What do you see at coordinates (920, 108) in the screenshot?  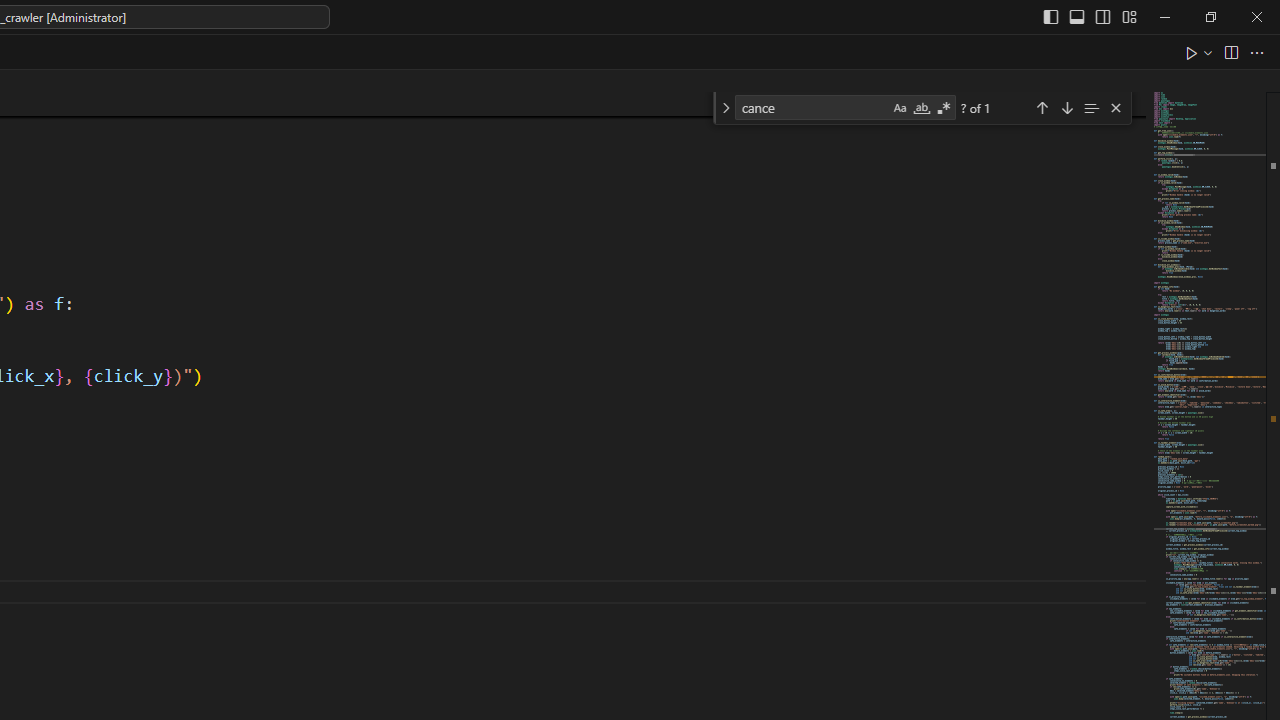 I see `'Match Whole Word (Alt+W)'` at bounding box center [920, 108].